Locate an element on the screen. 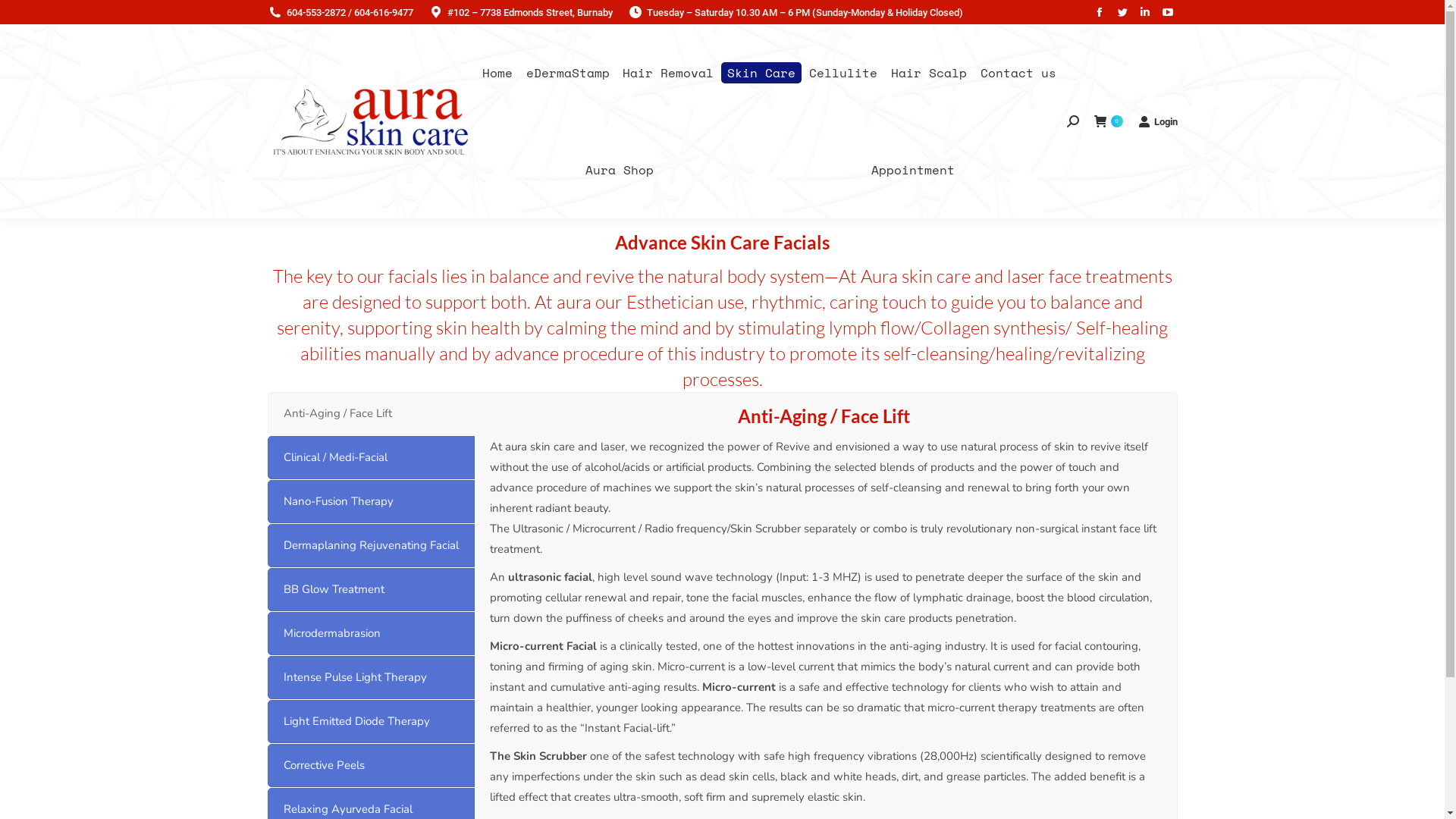 This screenshot has width=1456, height=819. 'Hair Removal' is located at coordinates (667, 73).